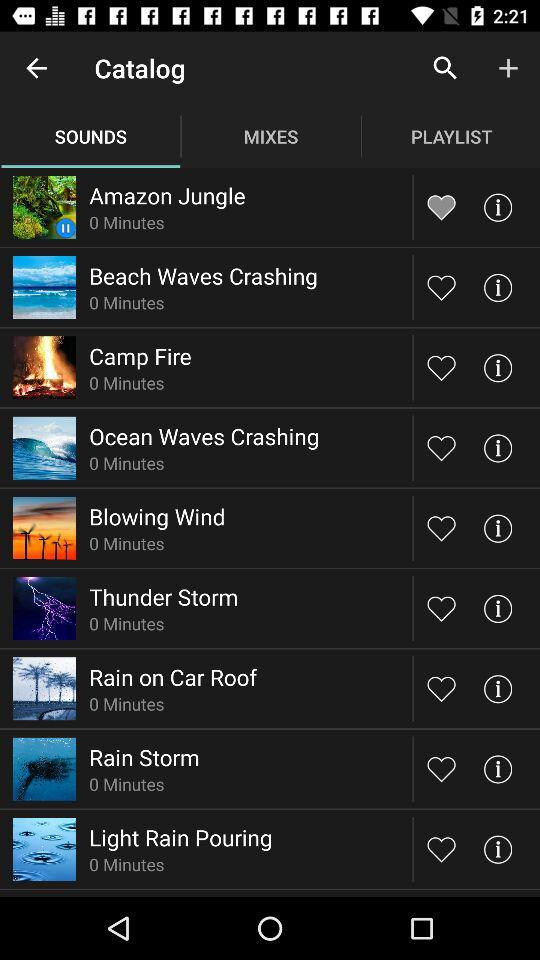  What do you see at coordinates (496, 688) in the screenshot?
I see `more information on this sound` at bounding box center [496, 688].